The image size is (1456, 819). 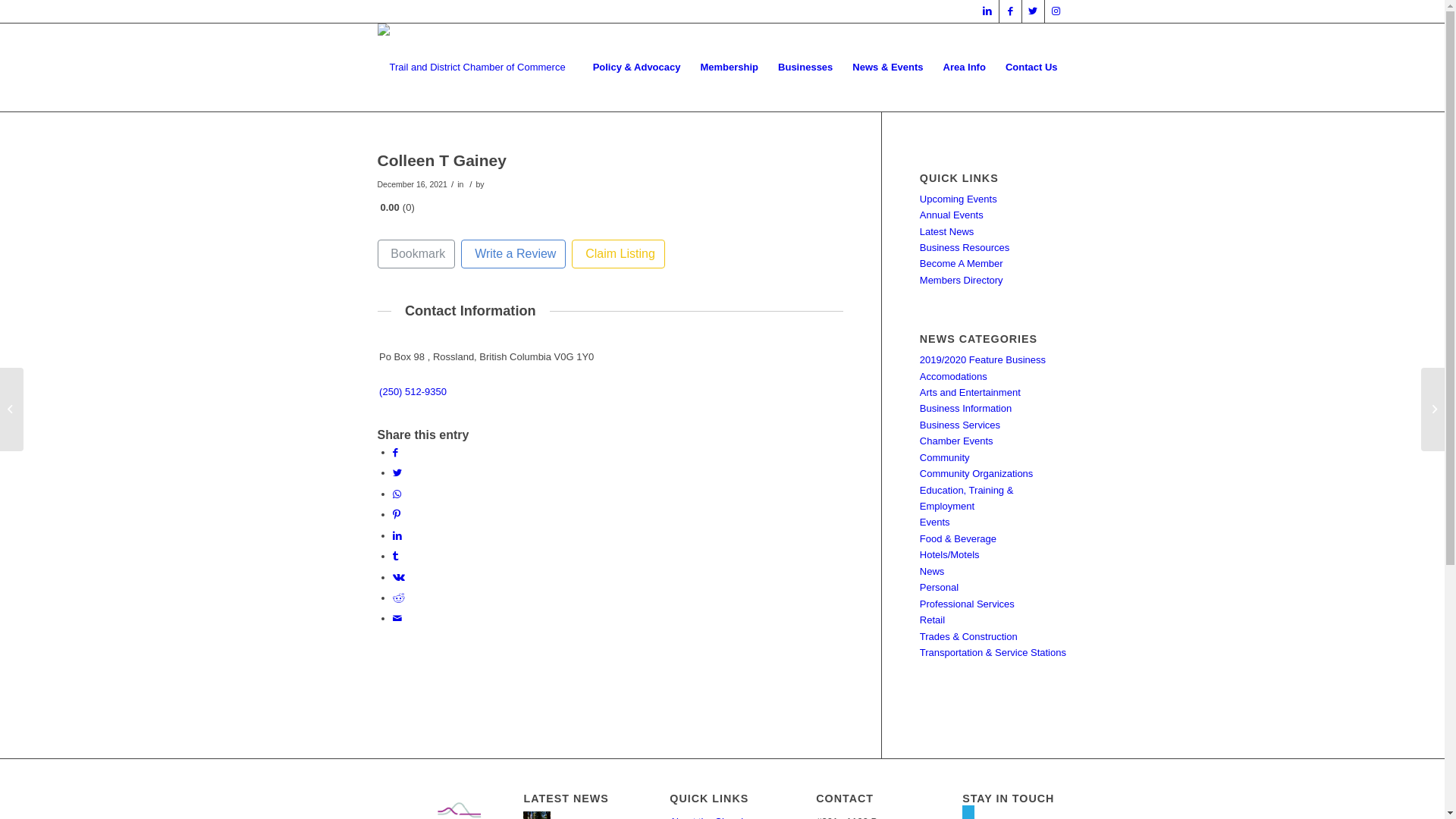 What do you see at coordinates (919, 538) in the screenshot?
I see `'Food & Beverage'` at bounding box center [919, 538].